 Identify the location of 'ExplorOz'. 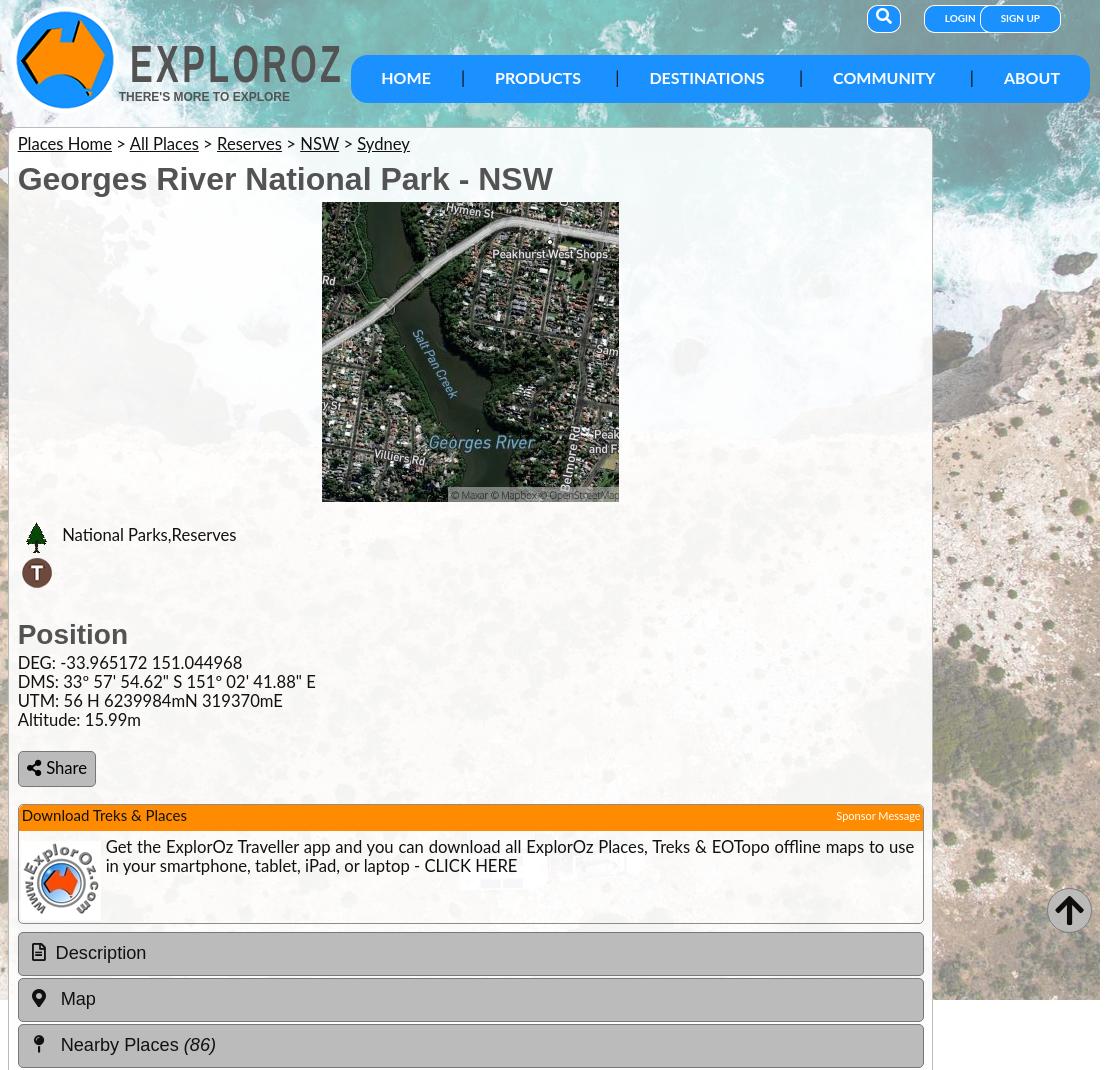
(129, 62).